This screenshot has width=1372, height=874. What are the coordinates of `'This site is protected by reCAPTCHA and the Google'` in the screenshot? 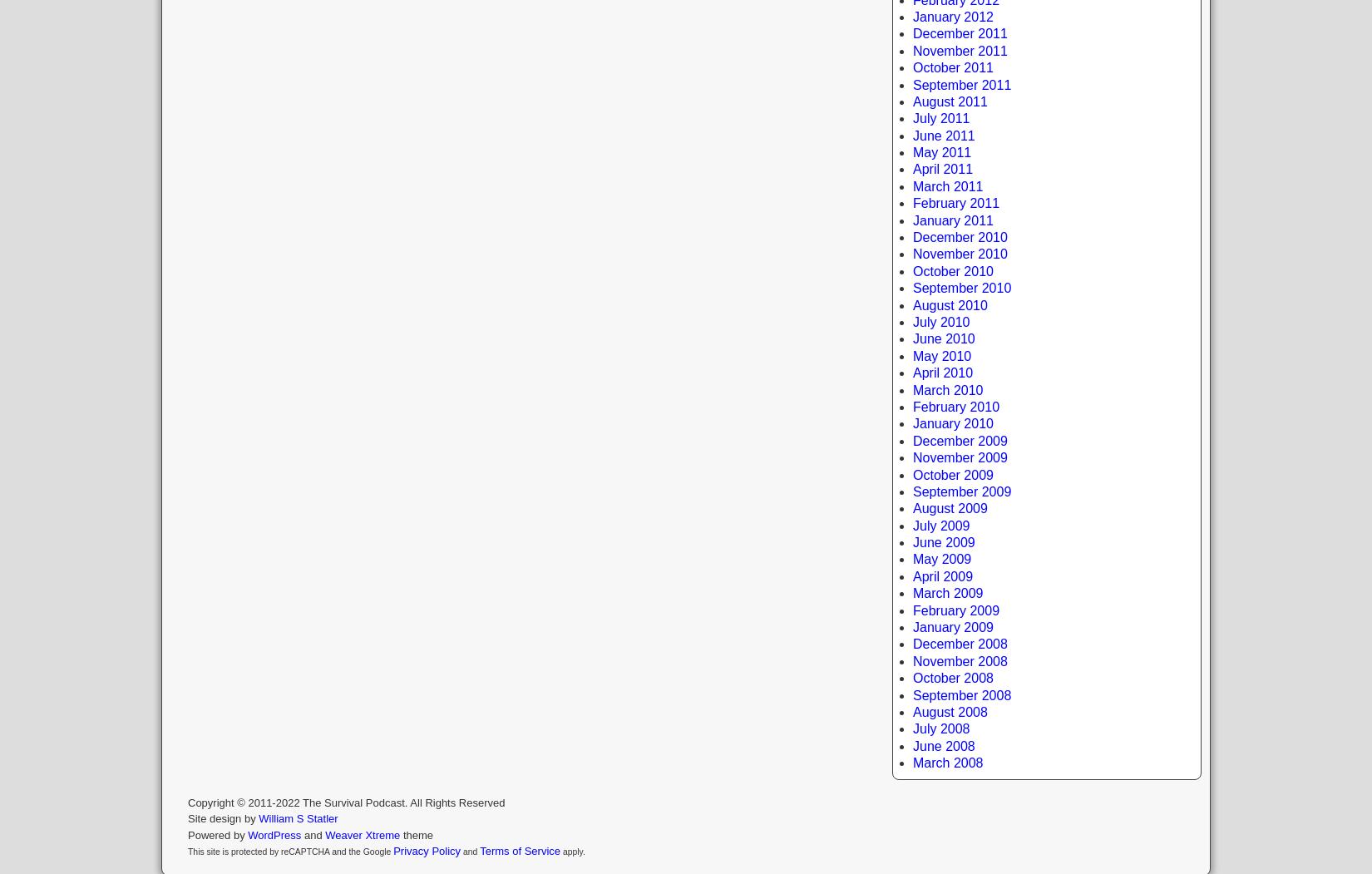 It's located at (290, 851).